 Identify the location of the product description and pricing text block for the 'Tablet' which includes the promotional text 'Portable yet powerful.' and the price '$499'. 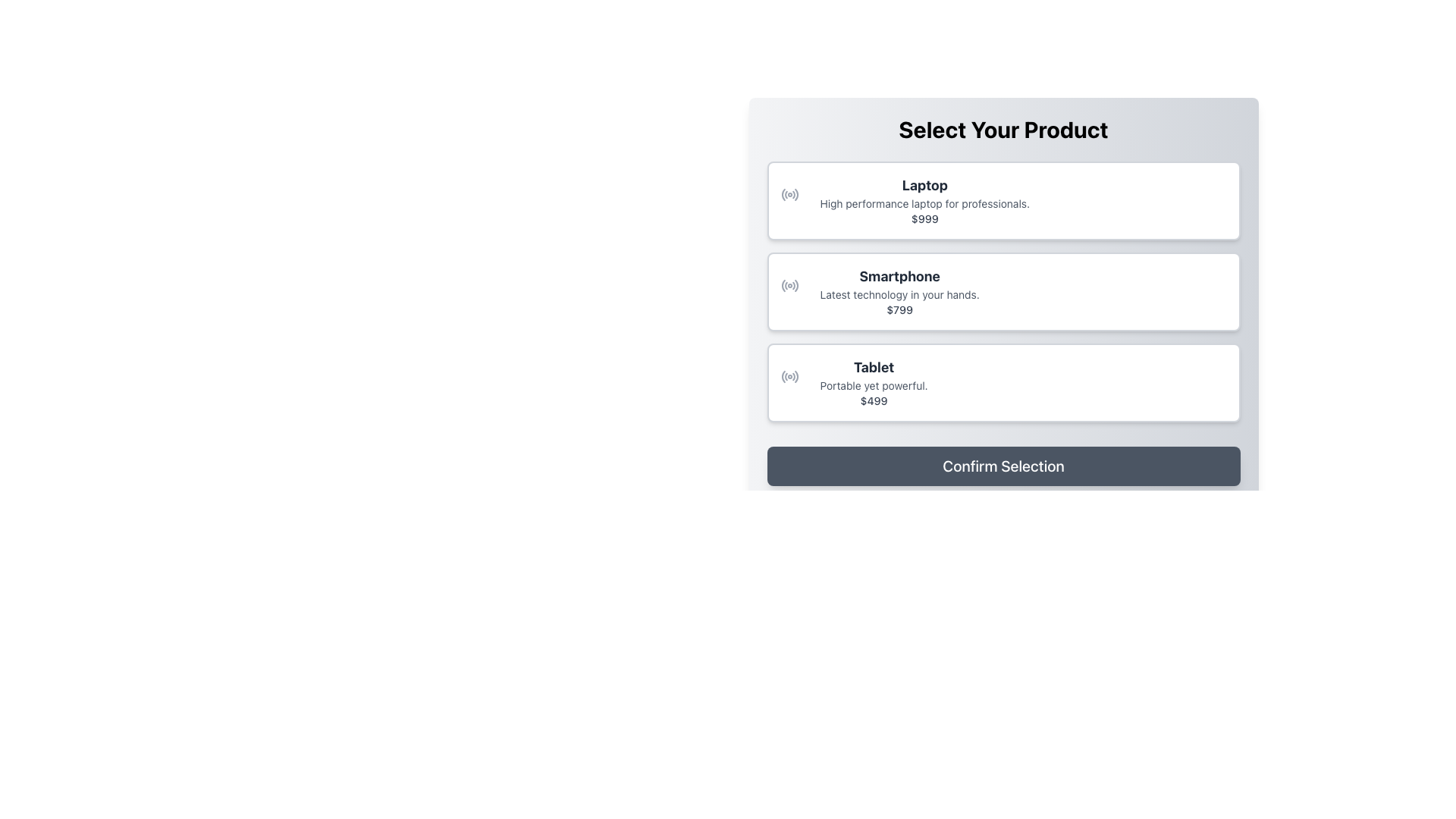
(874, 382).